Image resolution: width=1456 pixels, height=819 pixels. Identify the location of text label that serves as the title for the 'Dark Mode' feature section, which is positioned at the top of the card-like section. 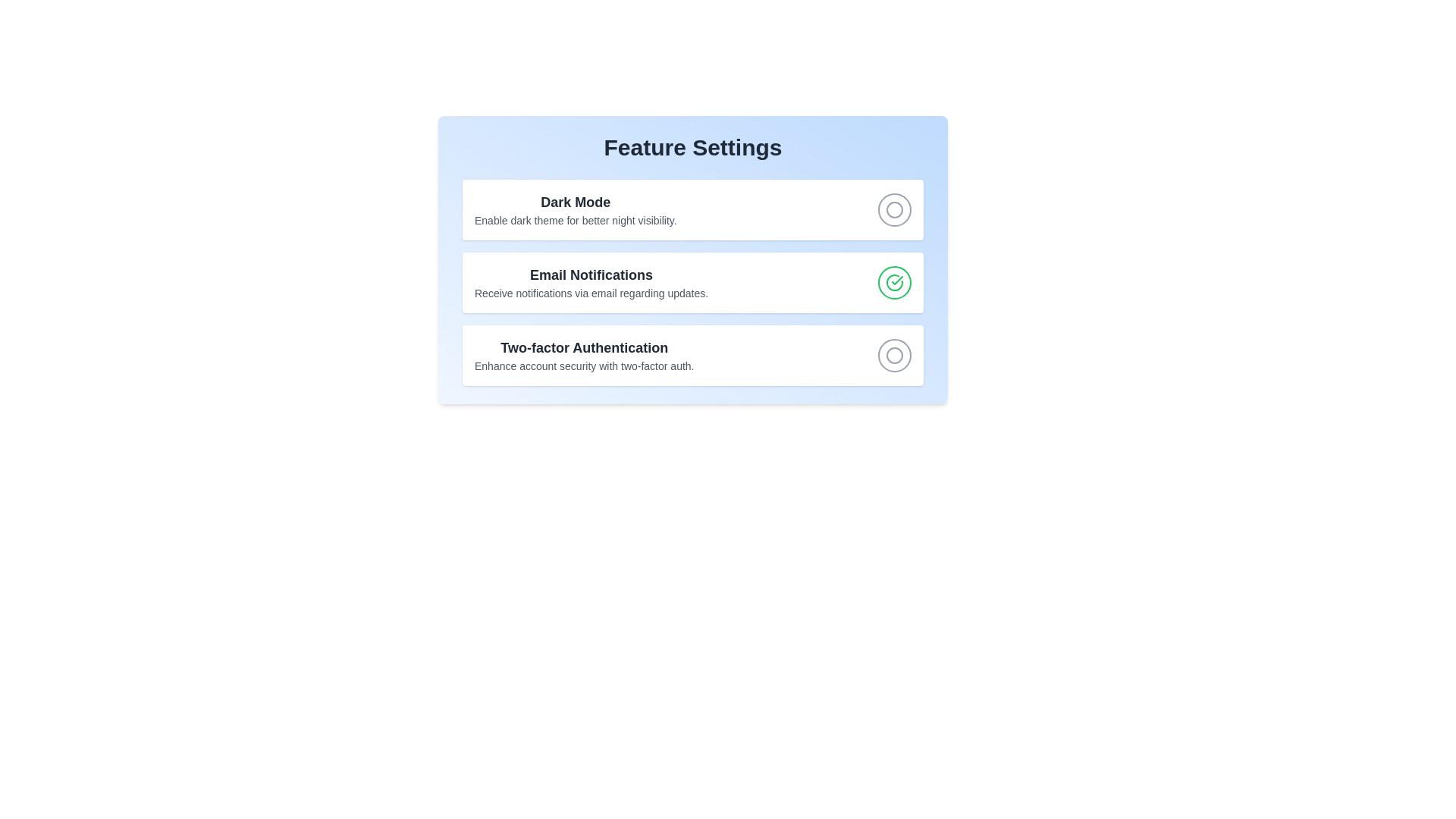
(575, 201).